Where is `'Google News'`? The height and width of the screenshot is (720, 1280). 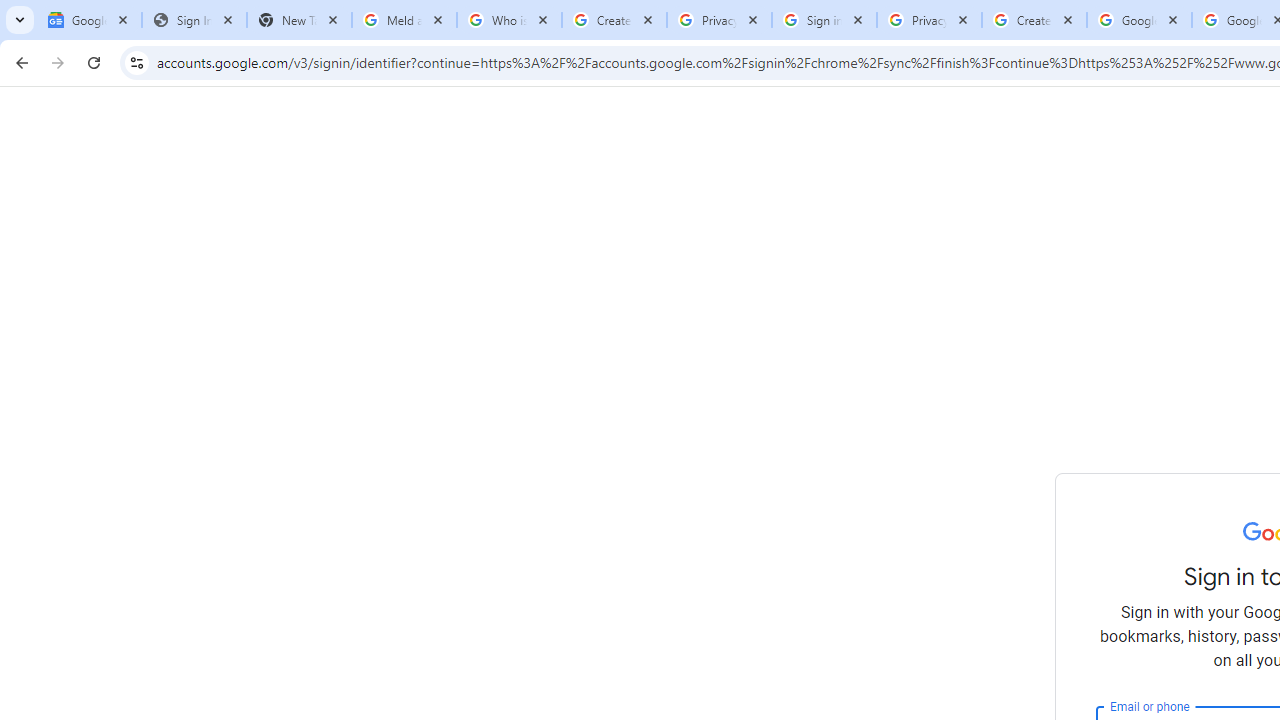 'Google News' is located at coordinates (88, 20).